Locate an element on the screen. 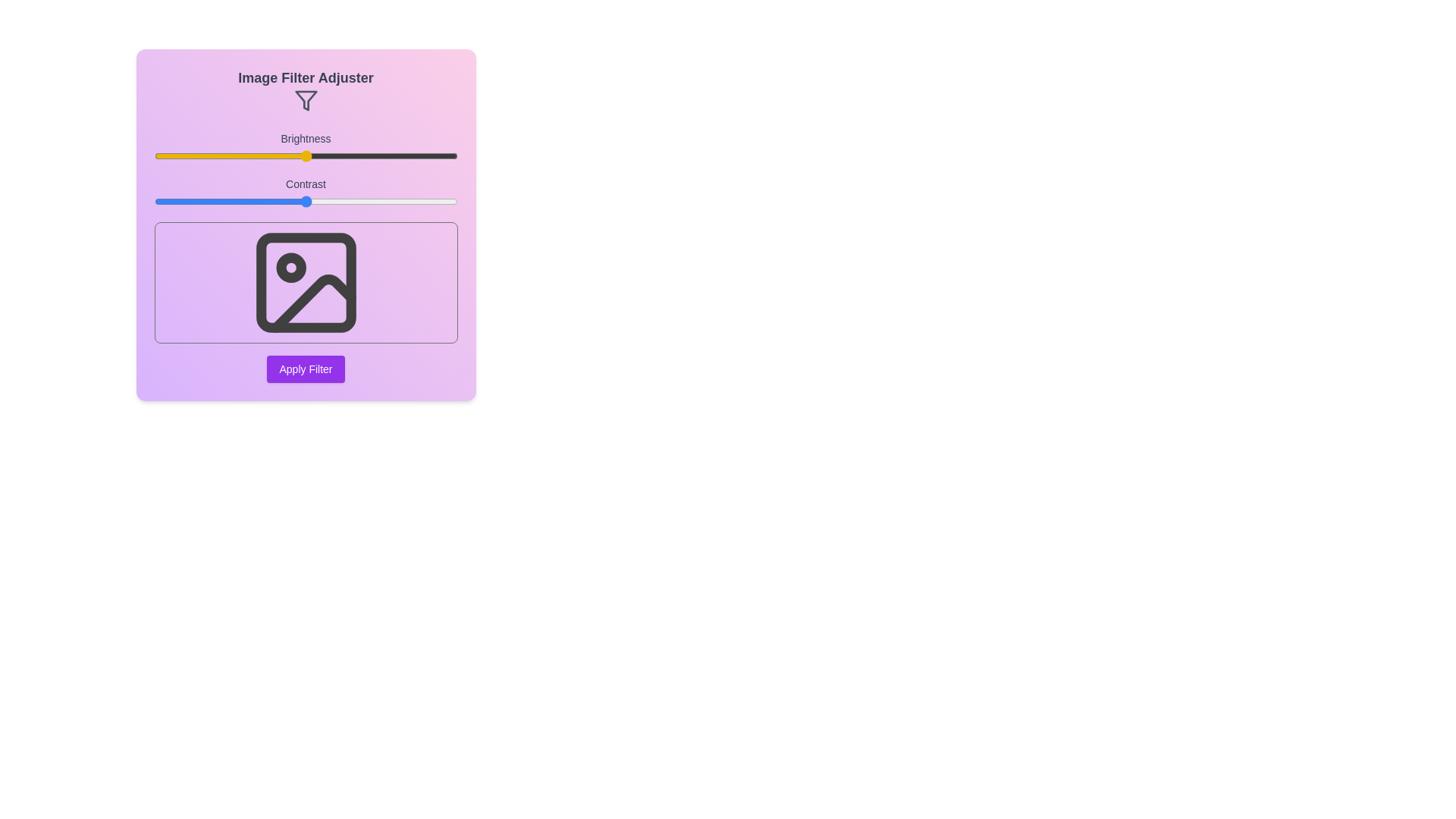 The image size is (1456, 819). the contrast slider to 38% is located at coordinates (269, 201).